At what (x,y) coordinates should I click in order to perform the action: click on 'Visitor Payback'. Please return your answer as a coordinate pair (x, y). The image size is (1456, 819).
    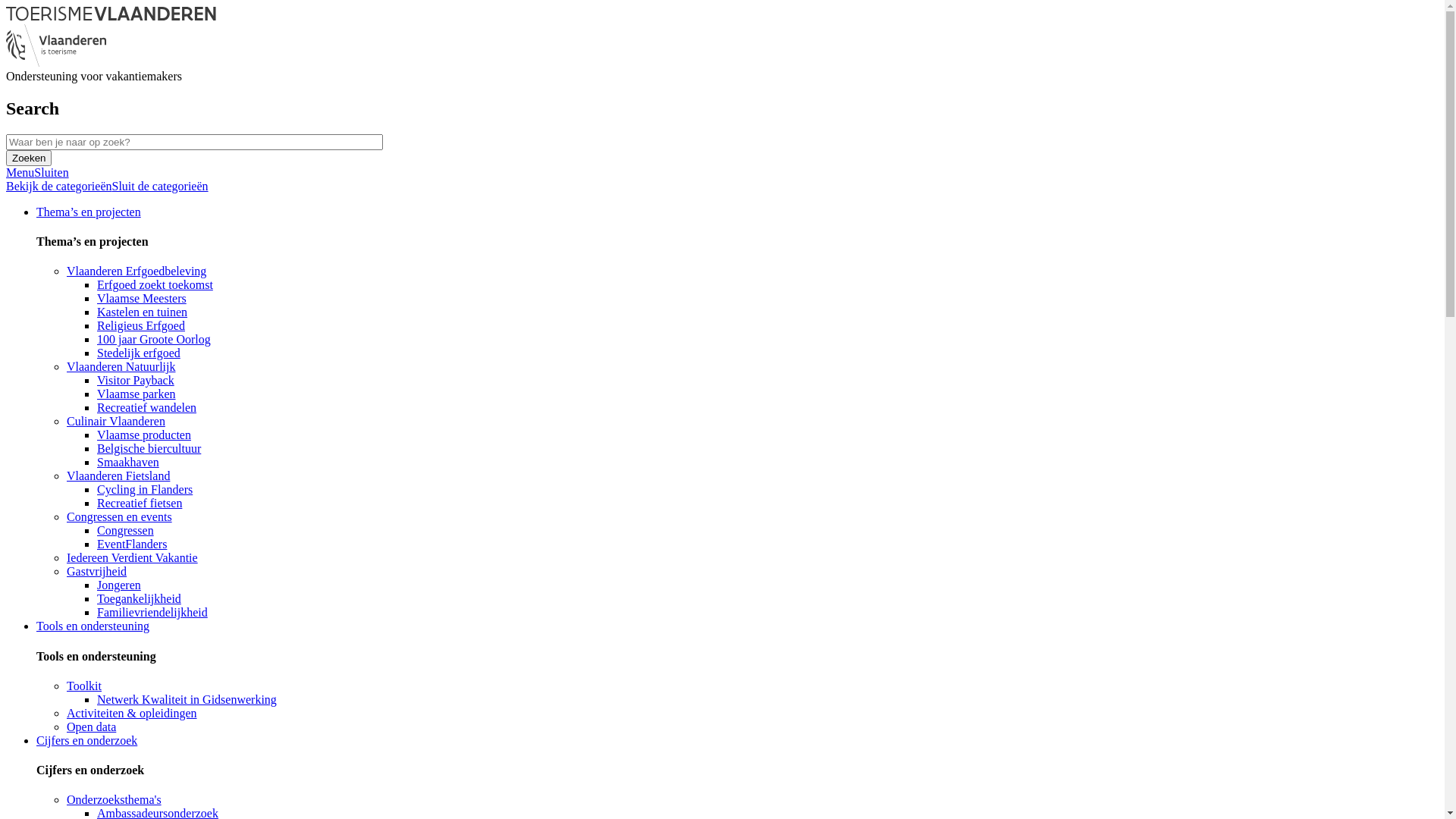
    Looking at the image, I should click on (135, 379).